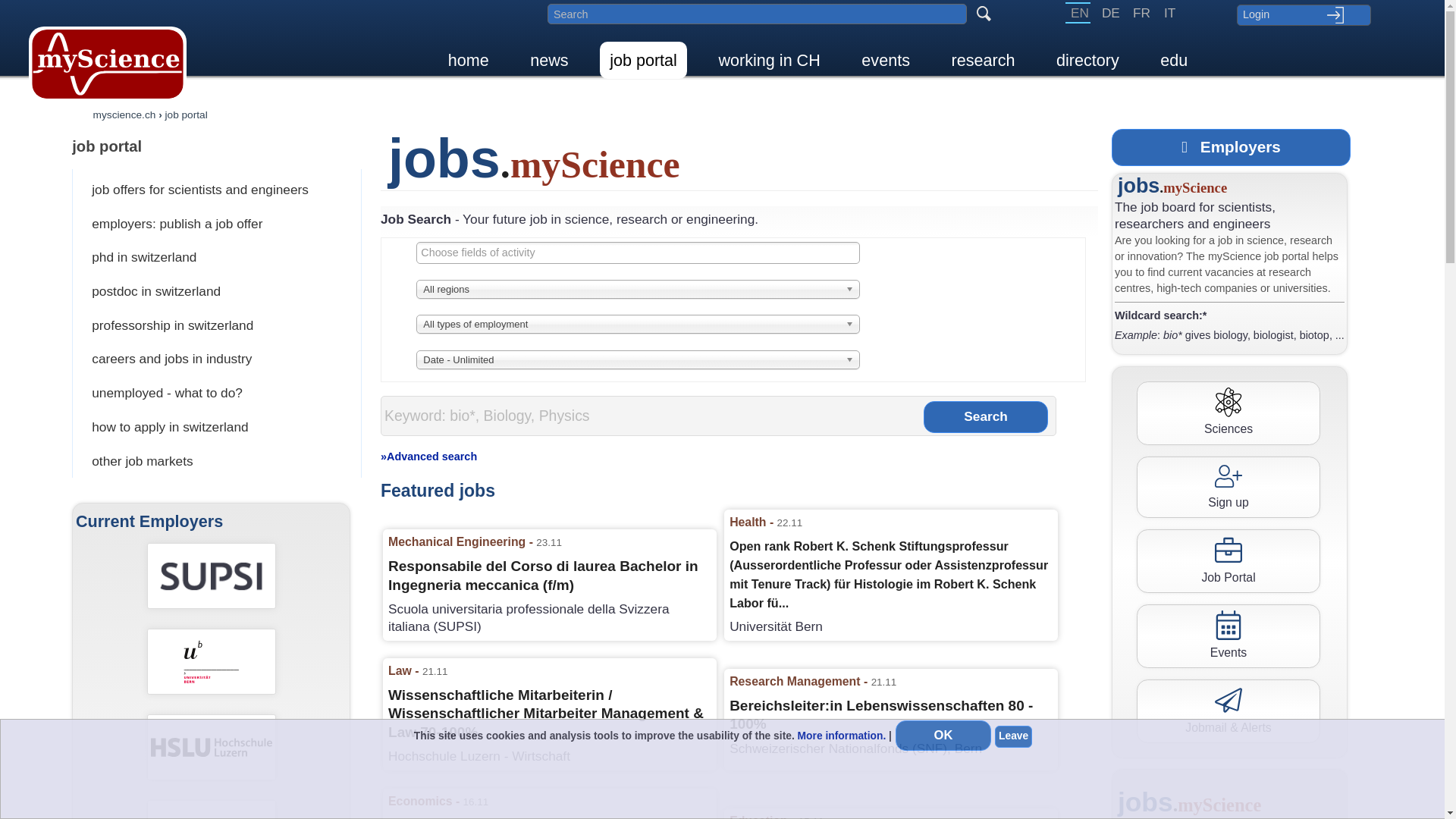  I want to click on 'careers and jobs in industry', so click(217, 359).